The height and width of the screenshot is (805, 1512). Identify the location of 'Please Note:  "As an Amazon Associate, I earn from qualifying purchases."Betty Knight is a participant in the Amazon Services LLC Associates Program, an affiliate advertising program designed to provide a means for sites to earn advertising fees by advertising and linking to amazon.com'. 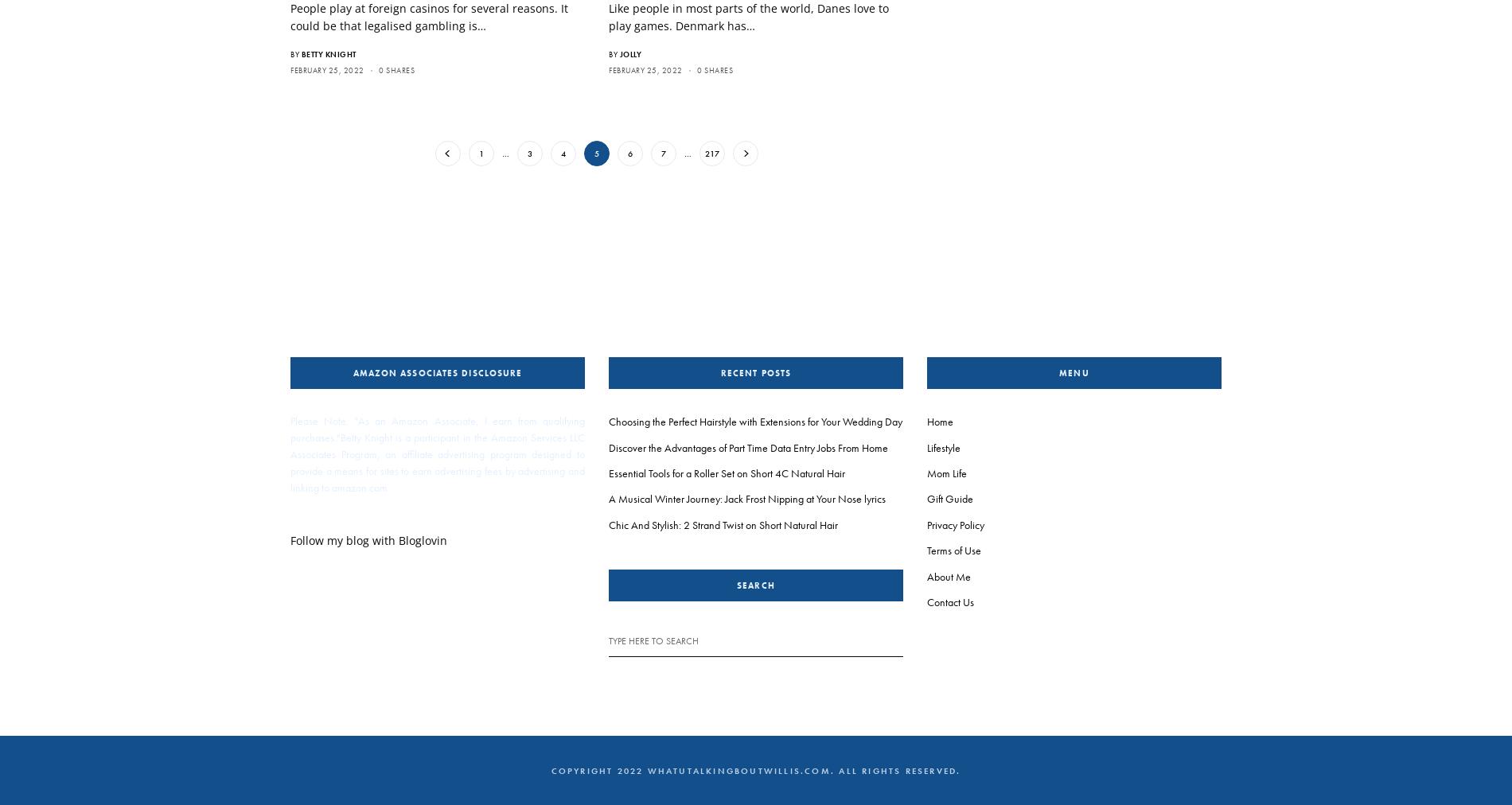
(438, 453).